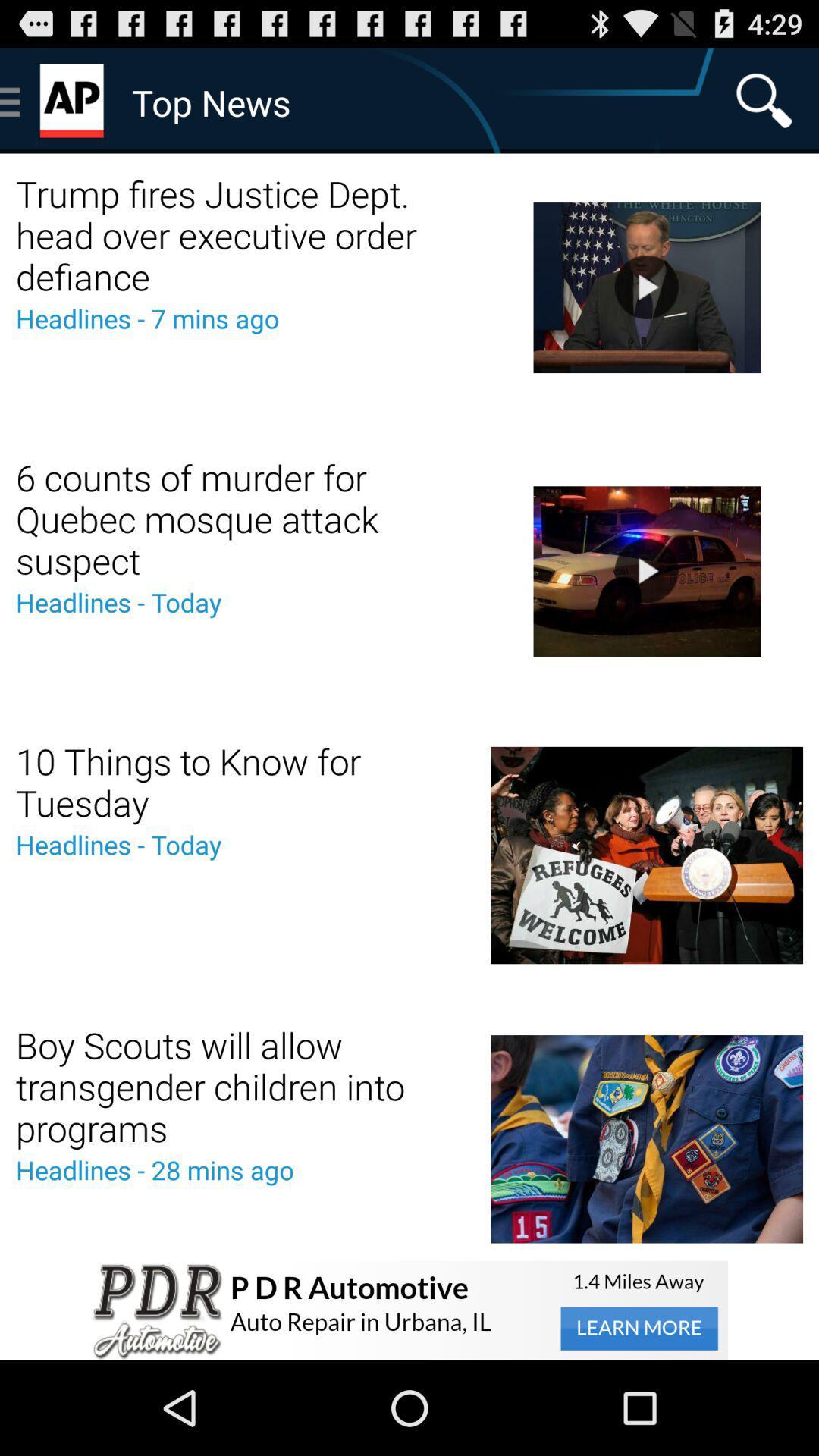  I want to click on the icon which is left to the top news, so click(74, 100).